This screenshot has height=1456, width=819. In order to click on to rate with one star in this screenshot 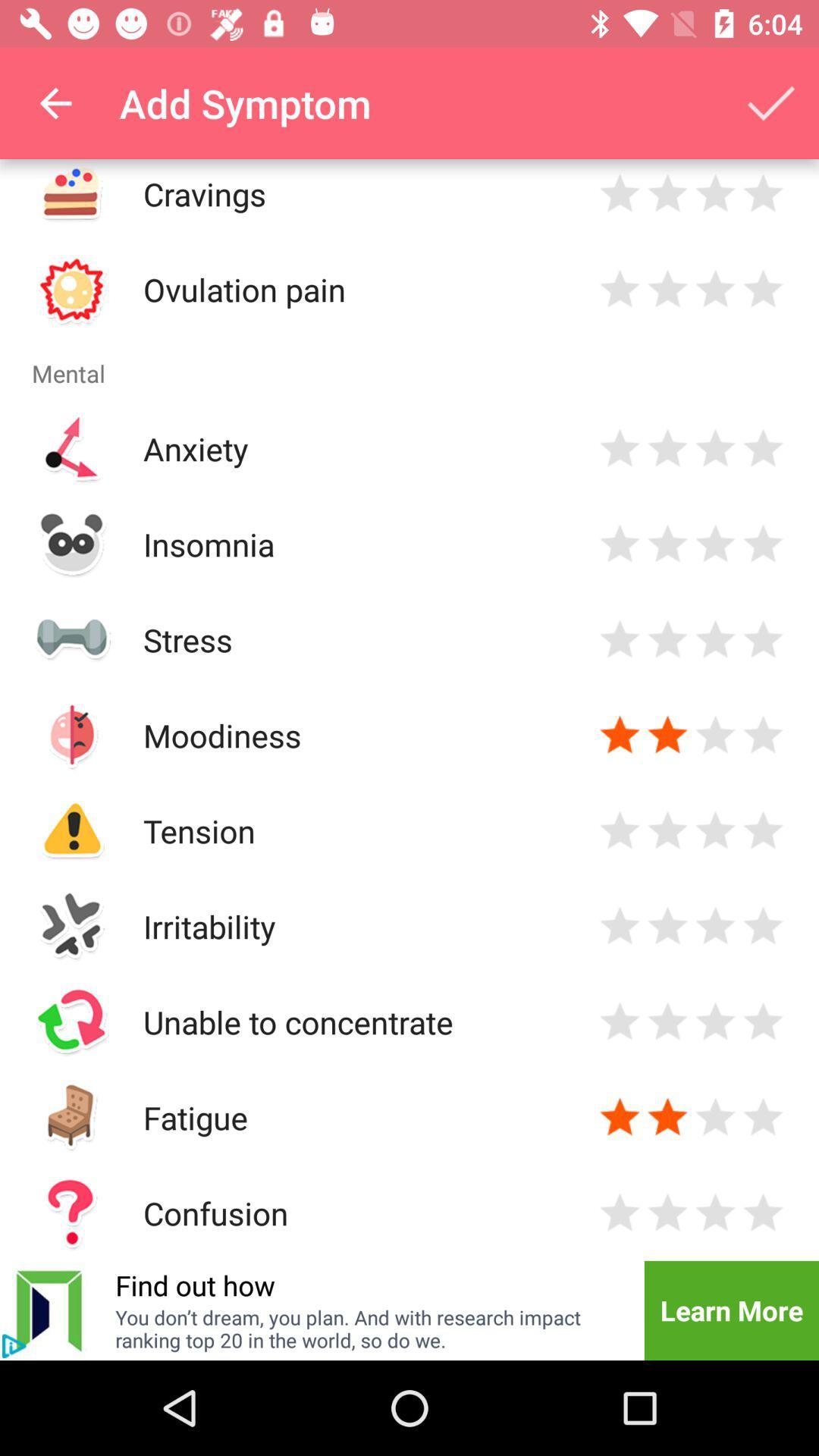, I will do `click(620, 1117)`.